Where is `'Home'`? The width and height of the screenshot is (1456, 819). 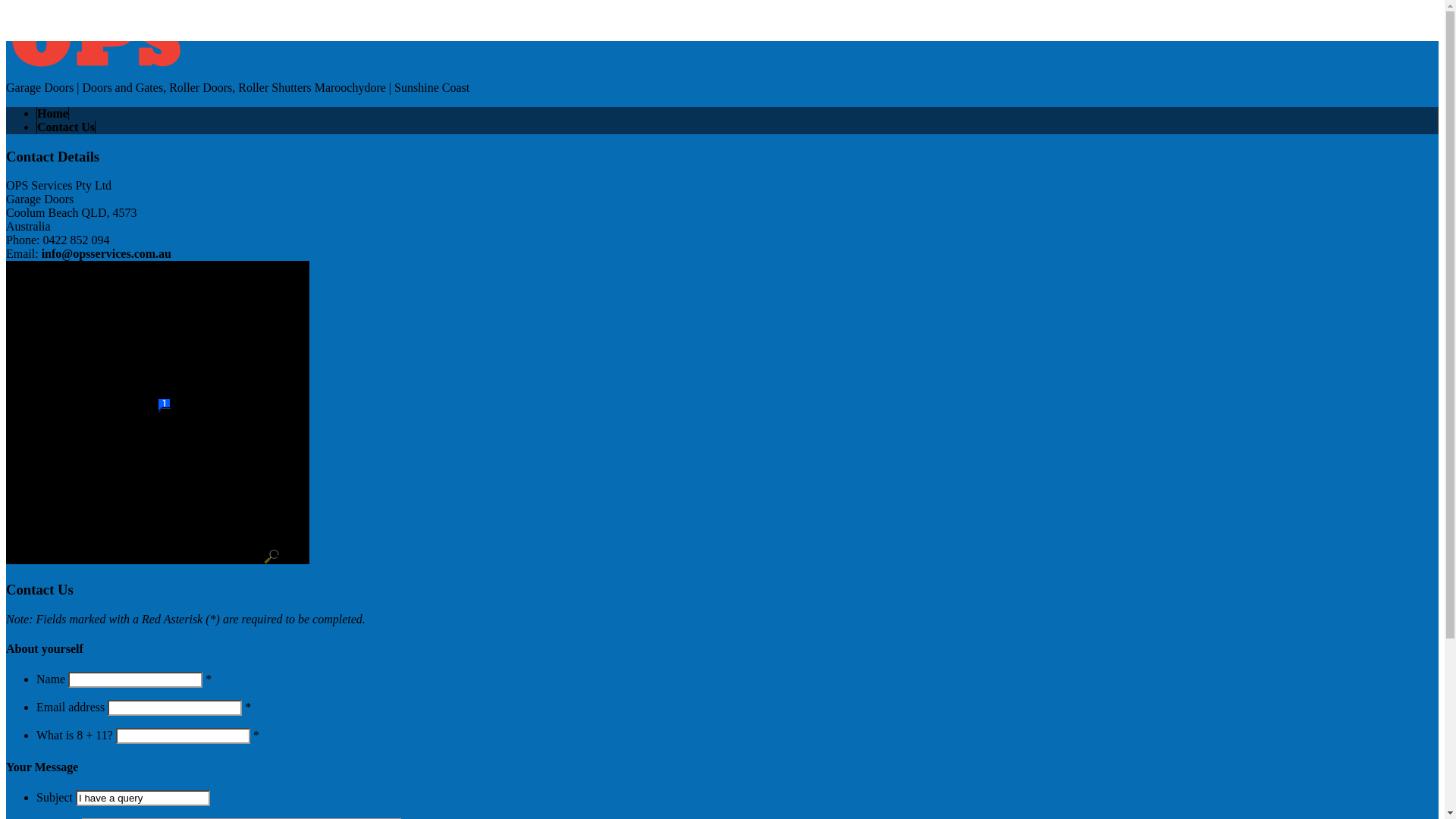 'Home' is located at coordinates (52, 112).